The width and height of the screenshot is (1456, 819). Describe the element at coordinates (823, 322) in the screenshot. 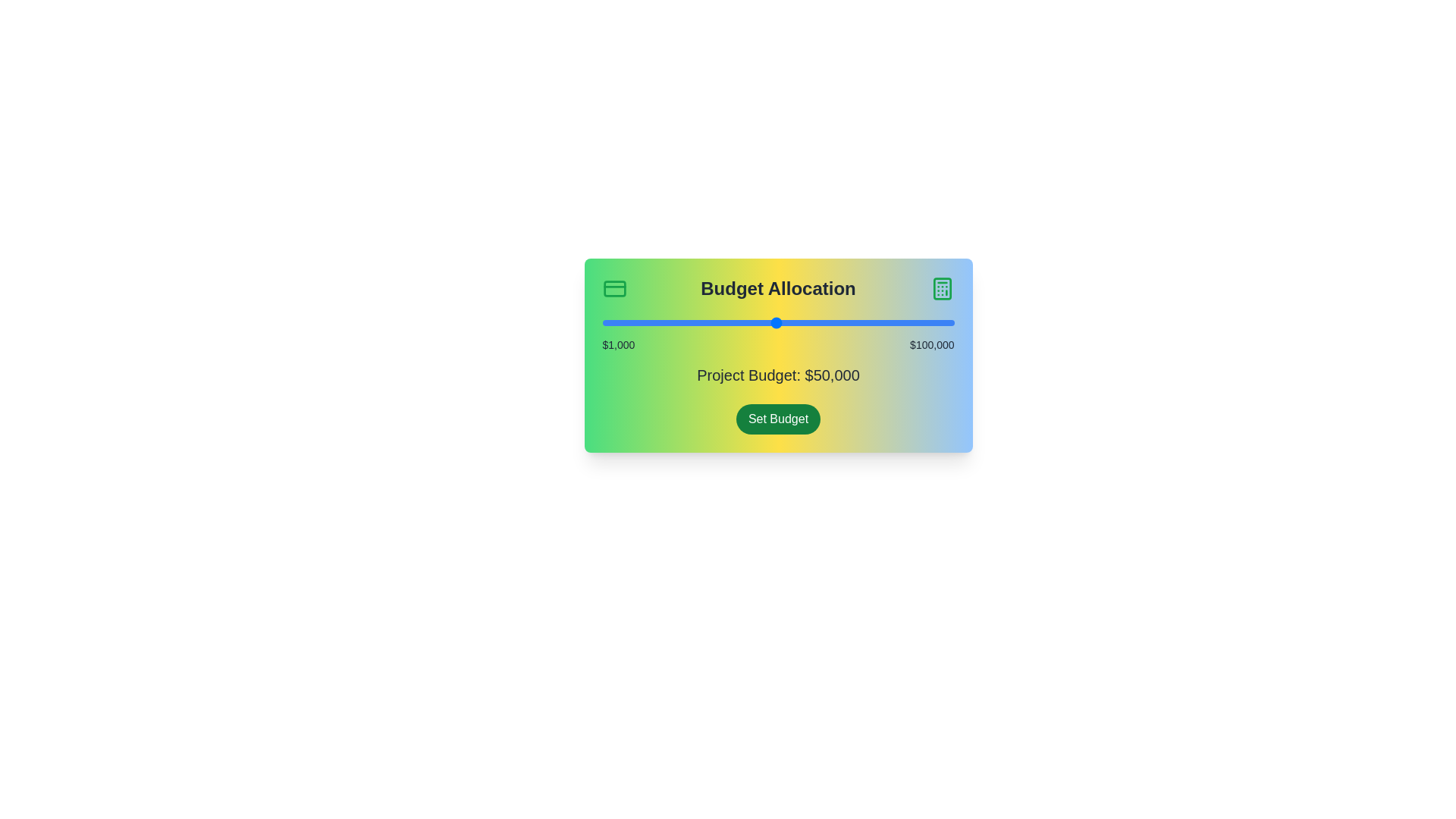

I see `the budget slider to set the budget to 63354` at that location.